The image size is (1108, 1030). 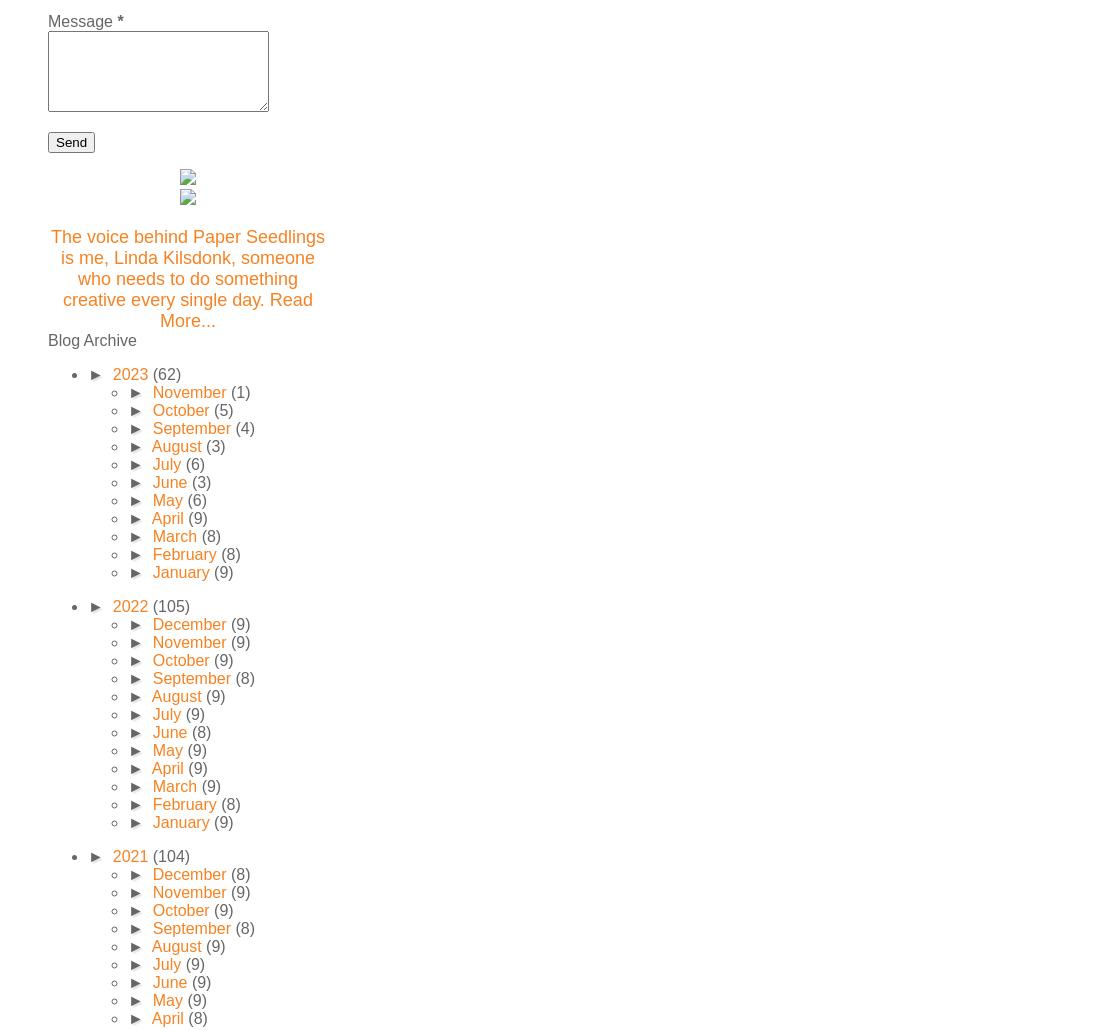 What do you see at coordinates (151, 855) in the screenshot?
I see `'(104)'` at bounding box center [151, 855].